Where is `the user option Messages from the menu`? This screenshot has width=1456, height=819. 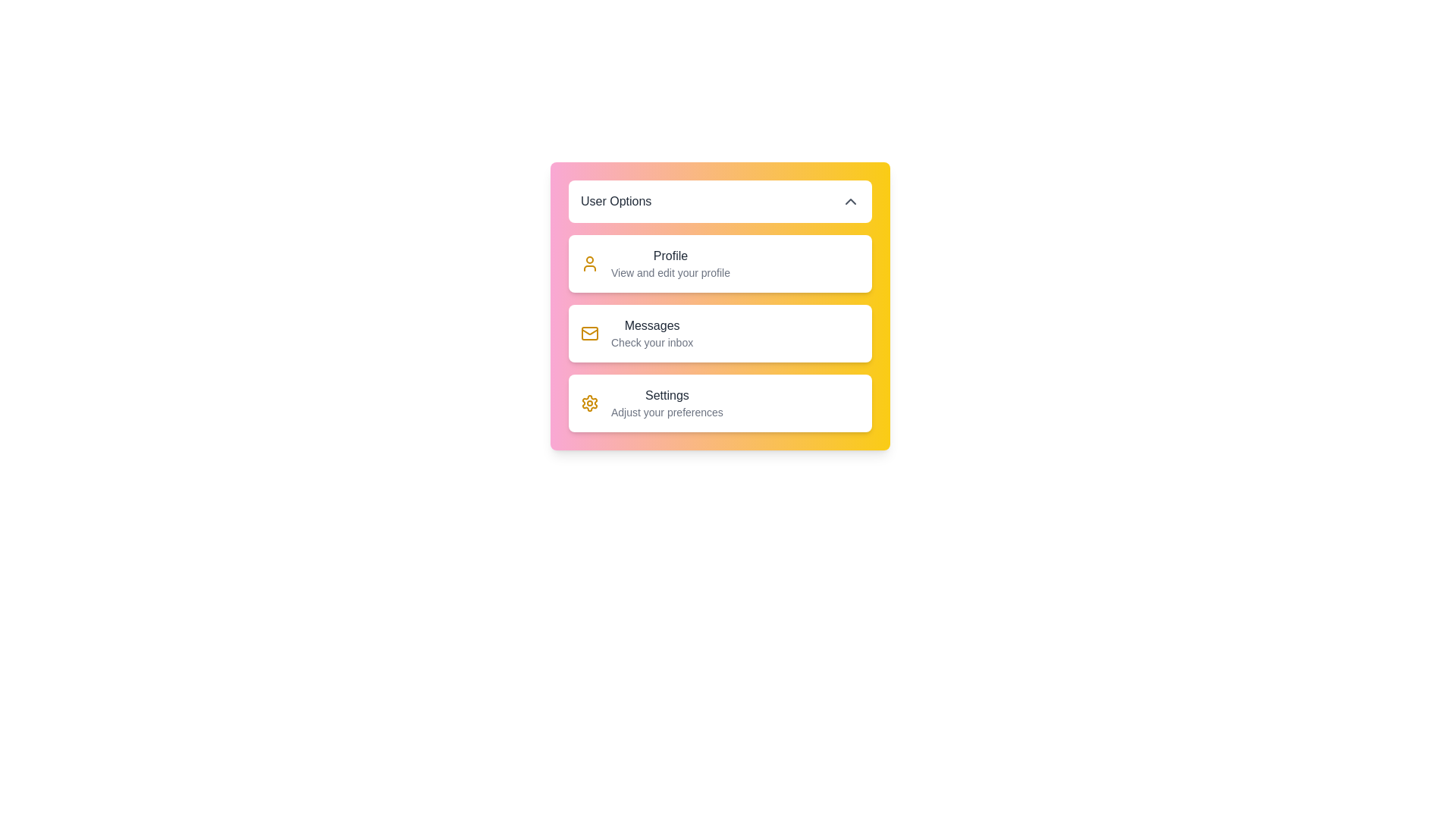
the user option Messages from the menu is located at coordinates (720, 332).